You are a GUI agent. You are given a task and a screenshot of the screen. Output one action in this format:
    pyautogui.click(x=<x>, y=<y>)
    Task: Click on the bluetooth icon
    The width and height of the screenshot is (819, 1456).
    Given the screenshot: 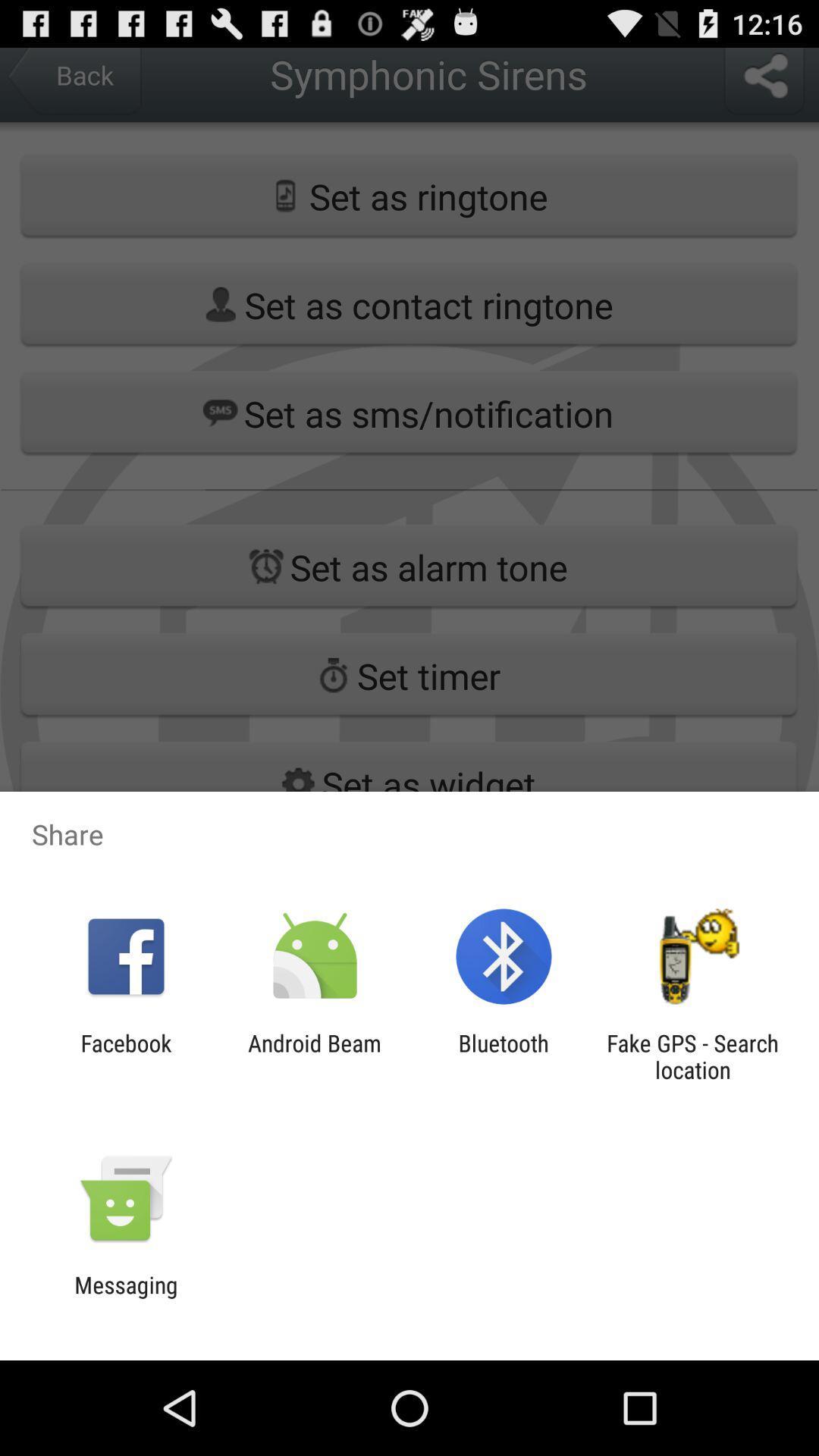 What is the action you would take?
    pyautogui.click(x=504, y=1056)
    